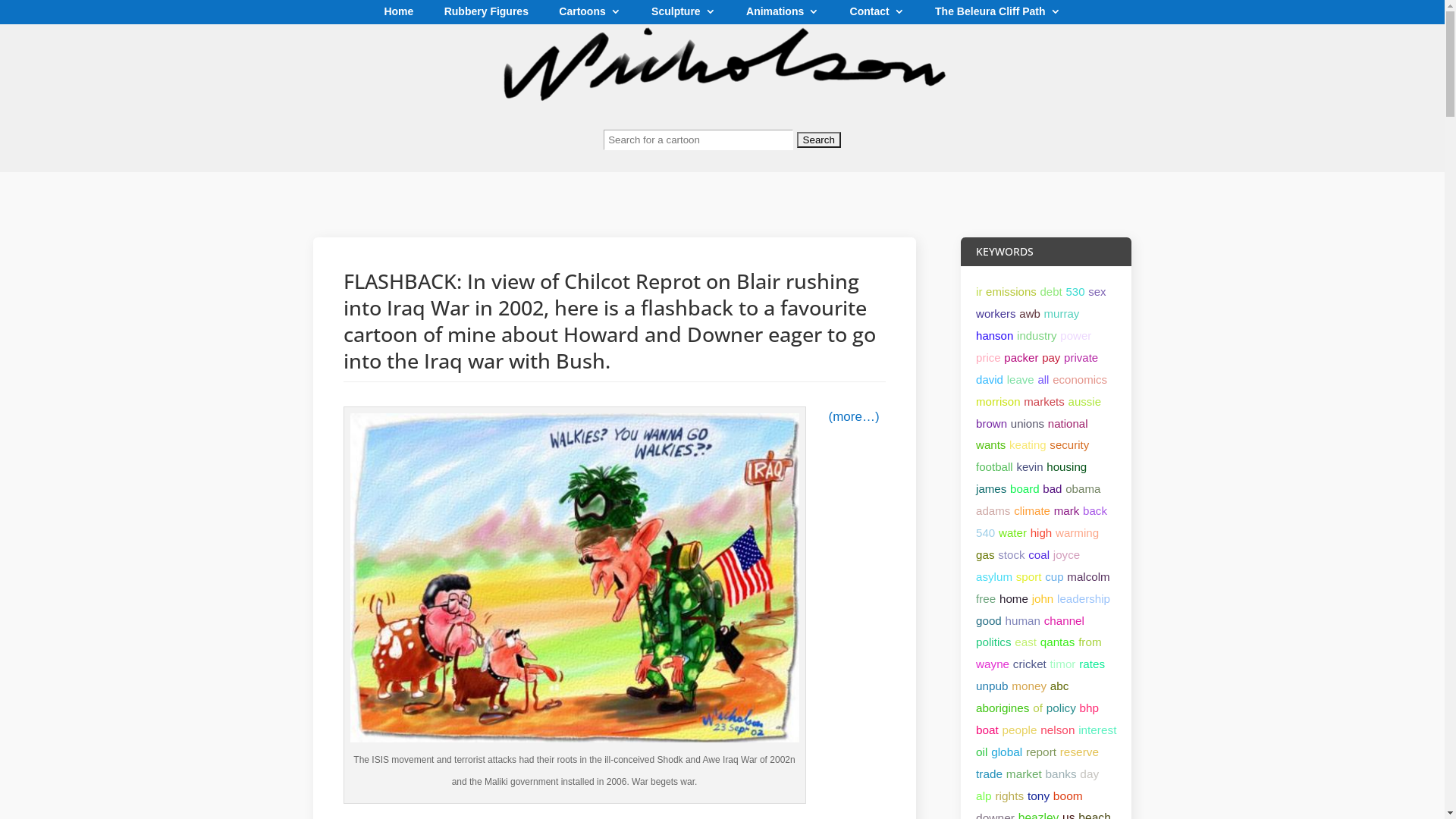 This screenshot has width=1456, height=819. I want to click on 'industry', so click(1036, 334).